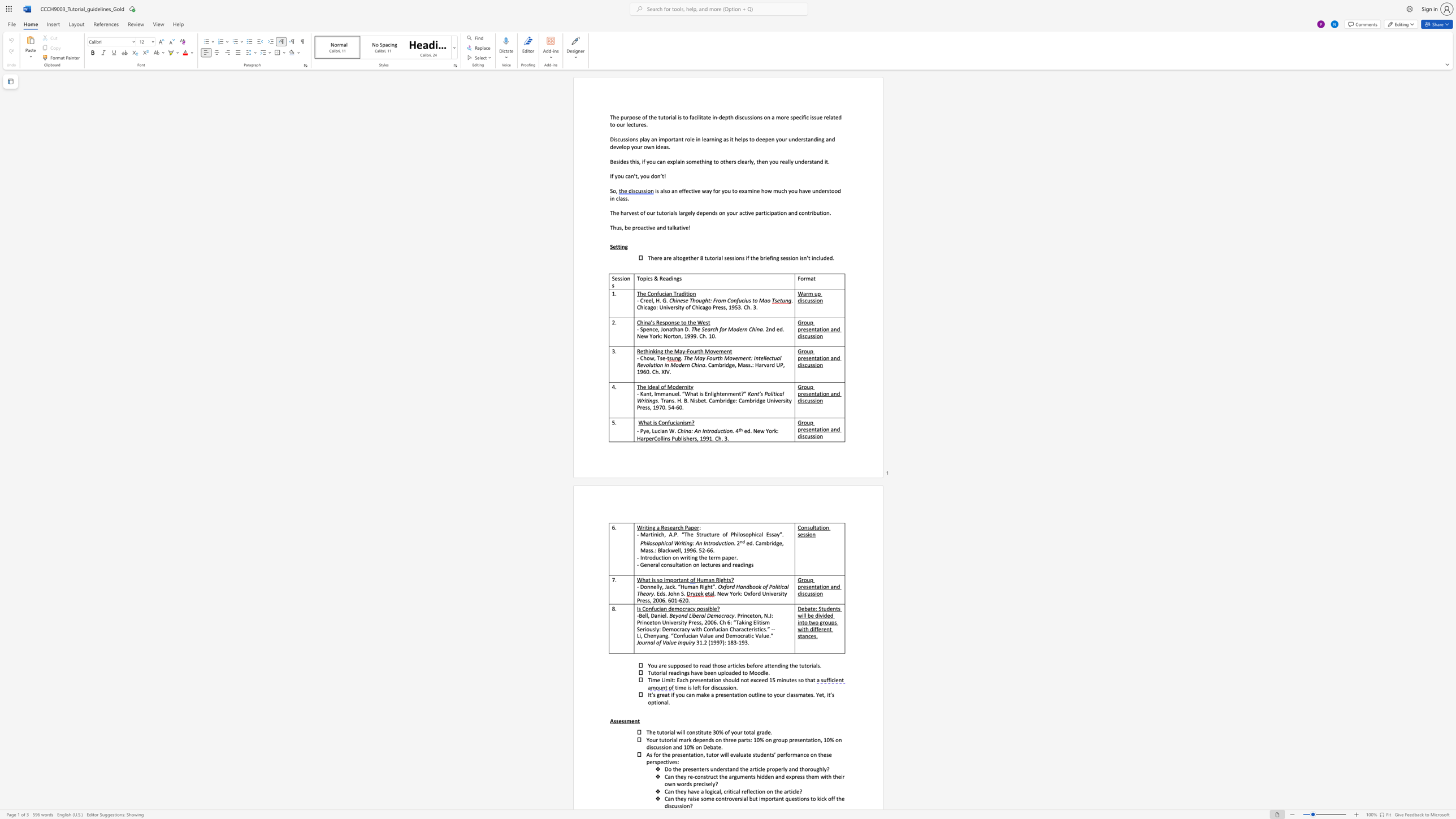 Image resolution: width=1456 pixels, height=819 pixels. What do you see at coordinates (645, 608) in the screenshot?
I see `the subset text "onfucian democracy poss" within the text "Is Confucian democracy possible?"` at bounding box center [645, 608].